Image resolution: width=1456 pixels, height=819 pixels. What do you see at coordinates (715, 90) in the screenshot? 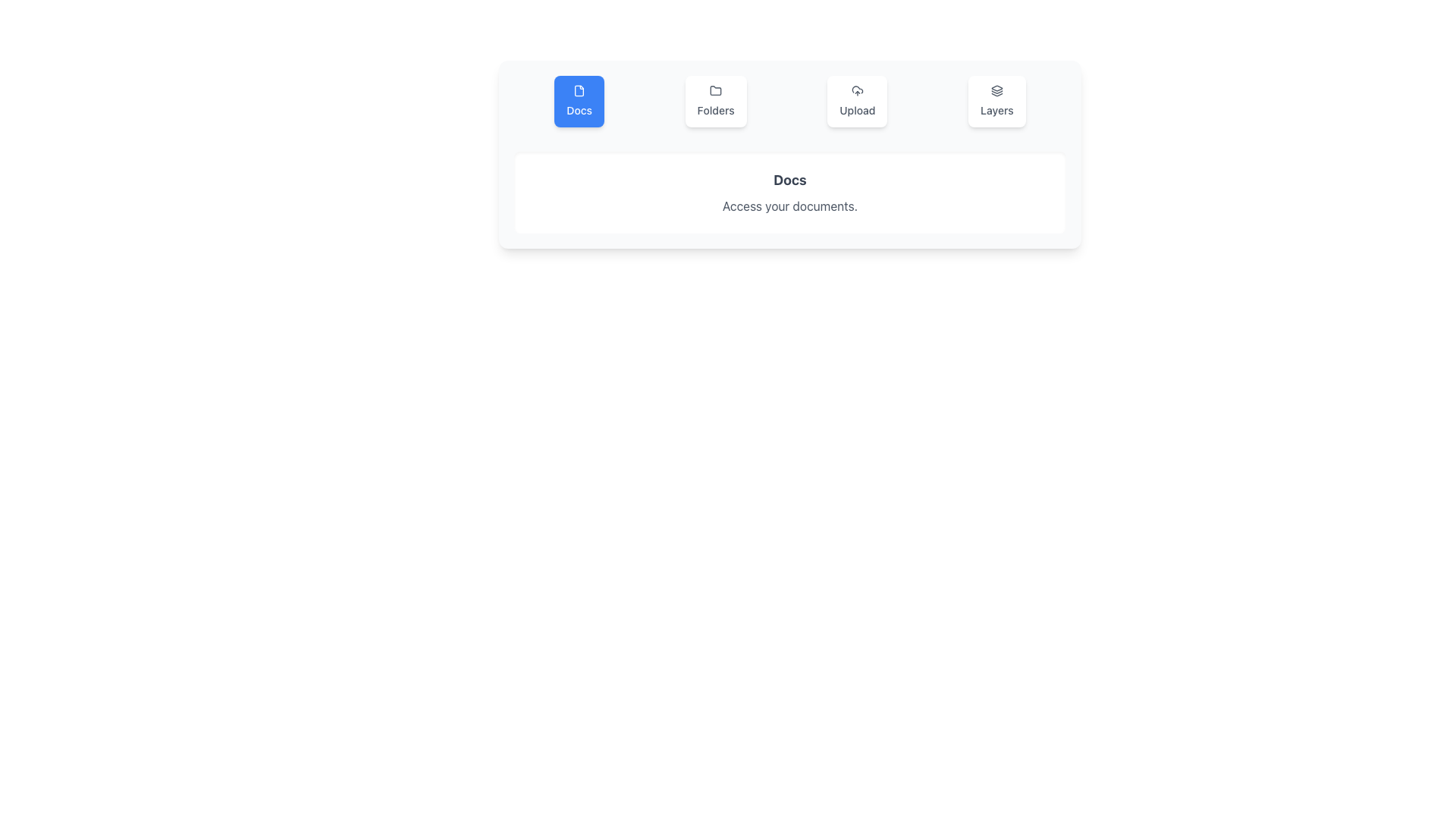
I see `the folder icon located at the top of the 'Folders' card, which is represented in a minimalistic style and positioned between the 'Docs' and 'Upload' cards` at bounding box center [715, 90].